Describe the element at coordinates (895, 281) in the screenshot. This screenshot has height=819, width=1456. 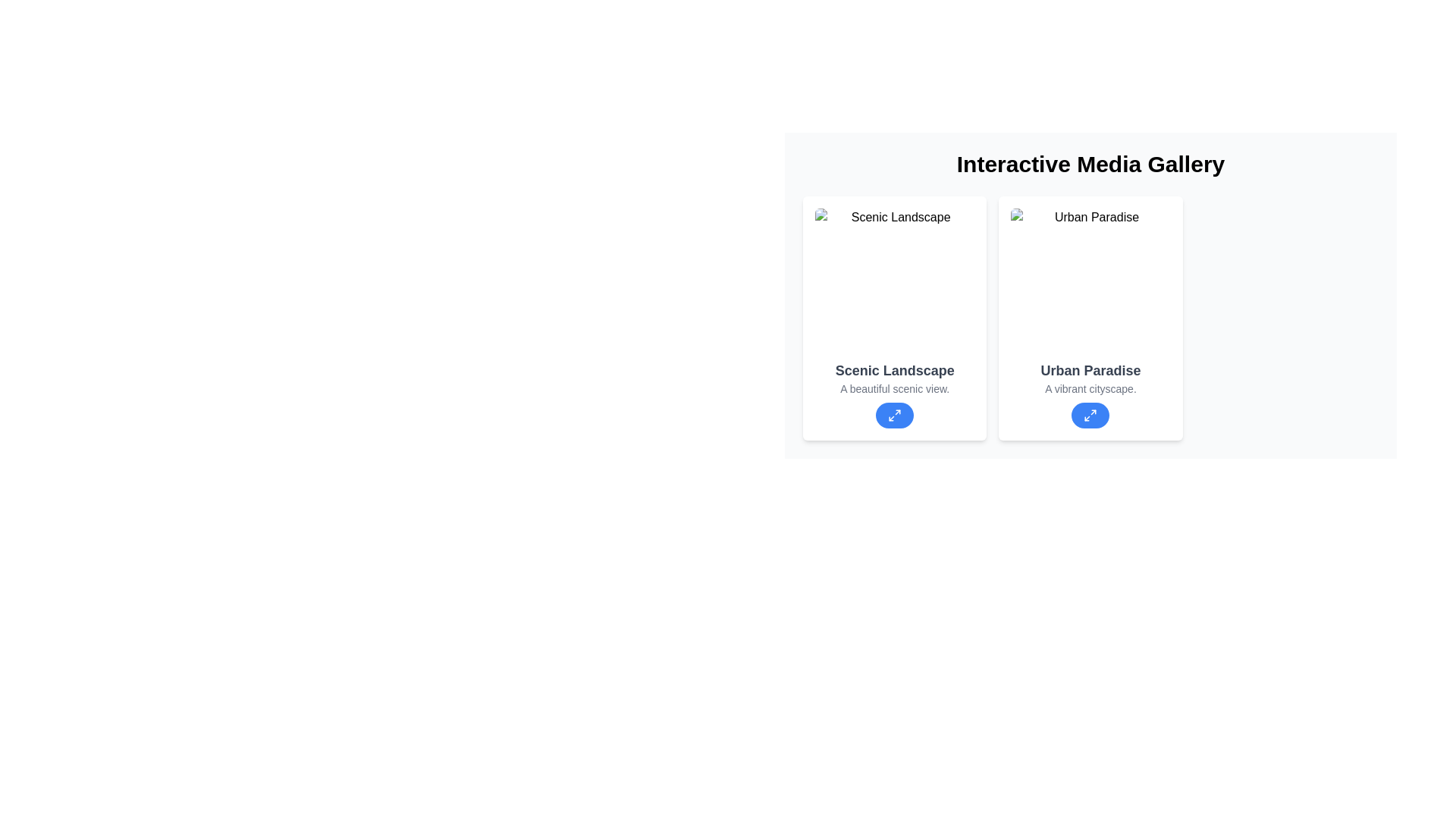
I see `the image displaying a scenic landscape, which is located at the top section of a card in a horizontally arranged gallery grid` at that location.